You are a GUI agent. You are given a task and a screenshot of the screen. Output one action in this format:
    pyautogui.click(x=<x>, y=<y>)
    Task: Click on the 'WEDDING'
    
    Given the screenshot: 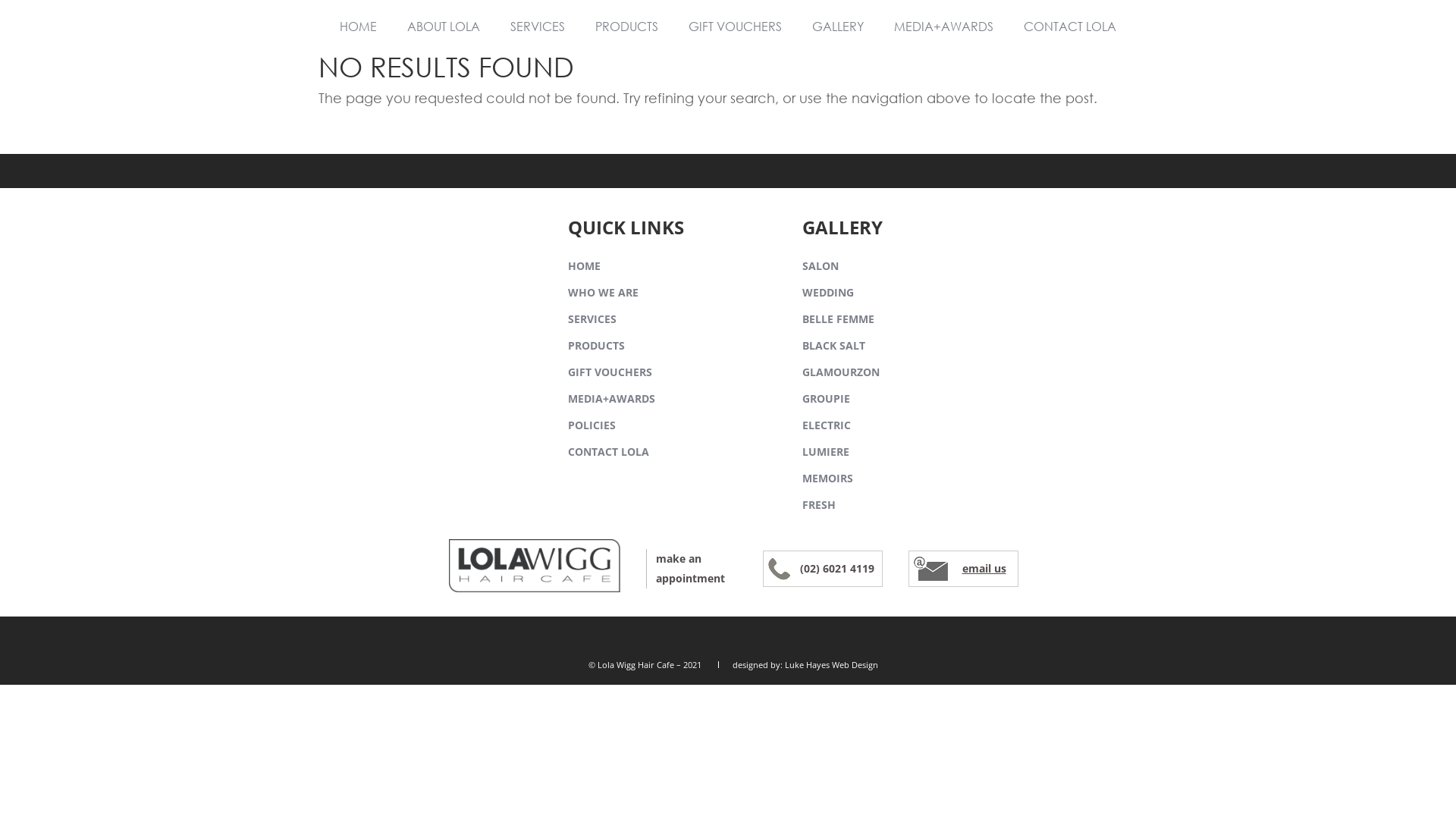 What is the action you would take?
    pyautogui.click(x=827, y=293)
    